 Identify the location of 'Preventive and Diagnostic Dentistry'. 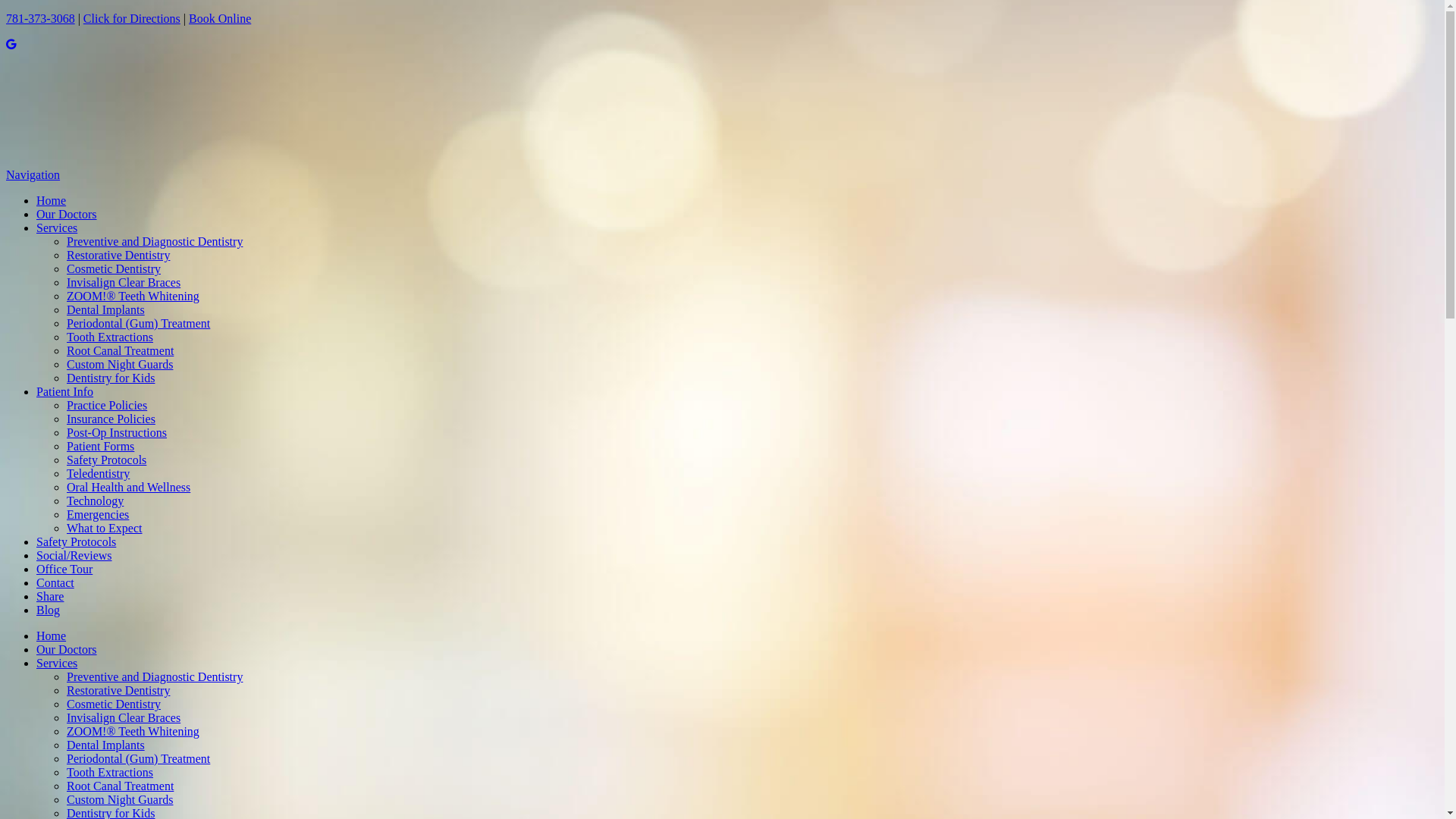
(65, 676).